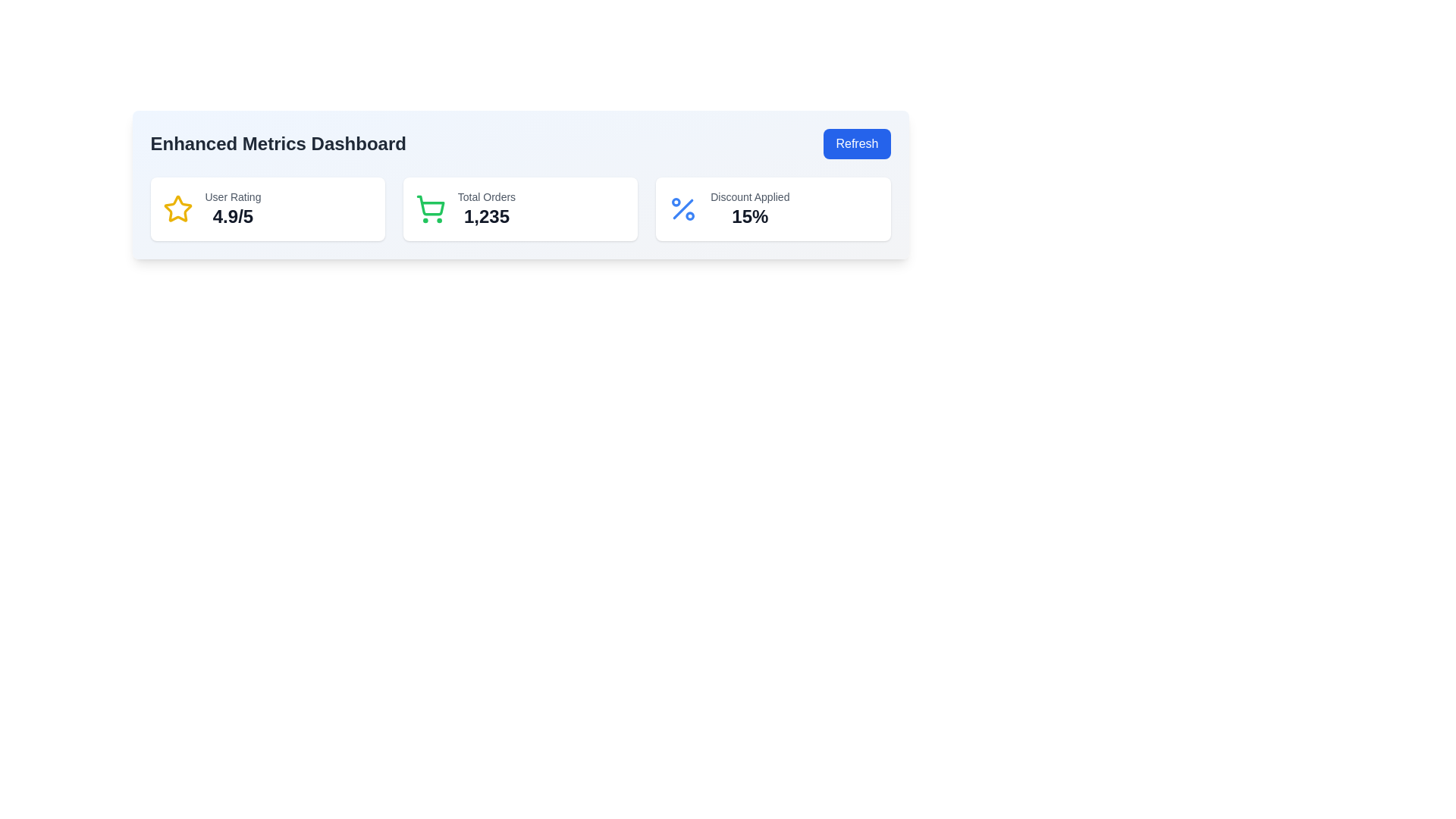 The image size is (1456, 819). Describe the element at coordinates (773, 209) in the screenshot. I see `the Informational display card that shows 'Discount Applied' with a percentage symbol on the left and is located at the rightmost position of a grid layout` at that location.